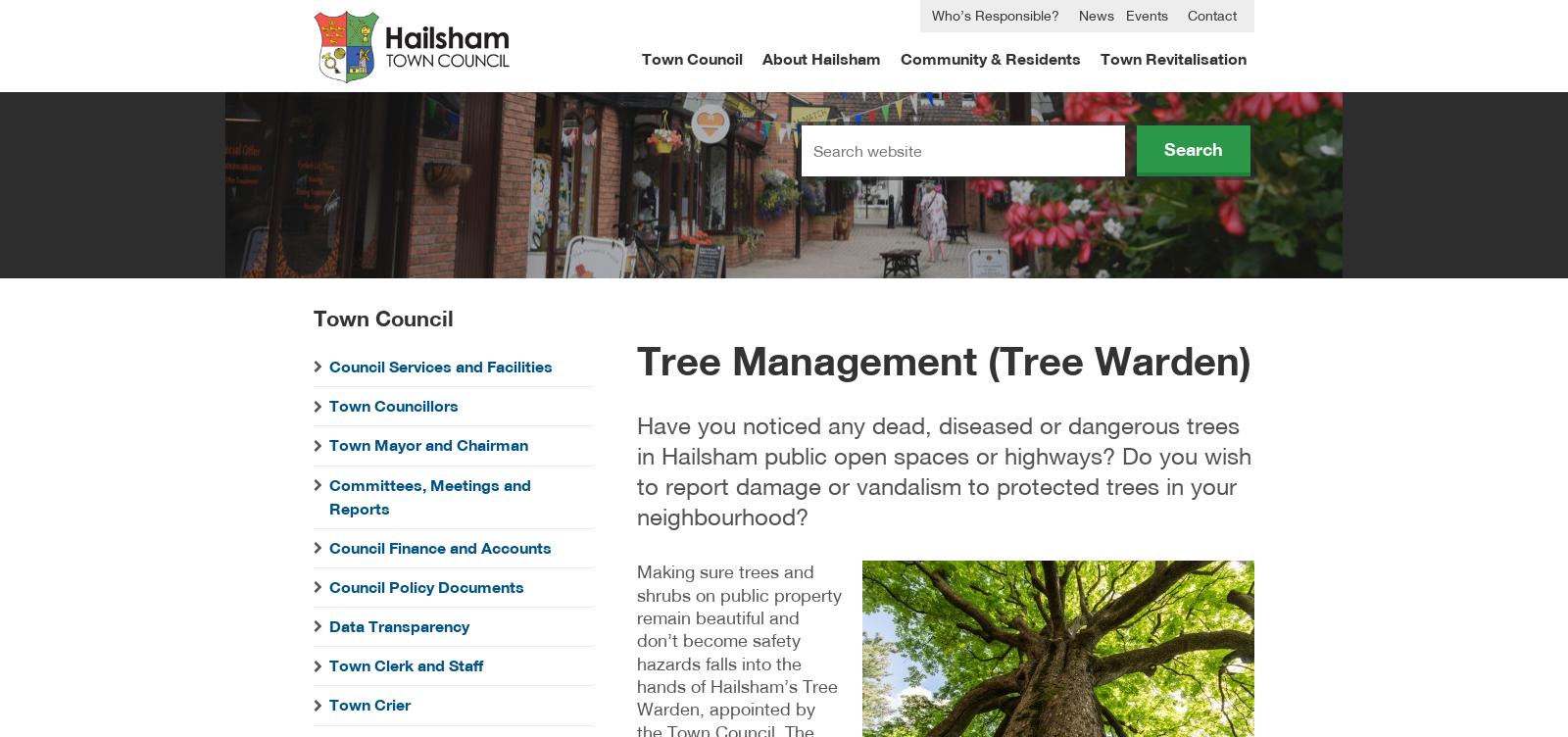 This screenshot has width=1568, height=737. I want to click on 'Data Transparency', so click(329, 626).